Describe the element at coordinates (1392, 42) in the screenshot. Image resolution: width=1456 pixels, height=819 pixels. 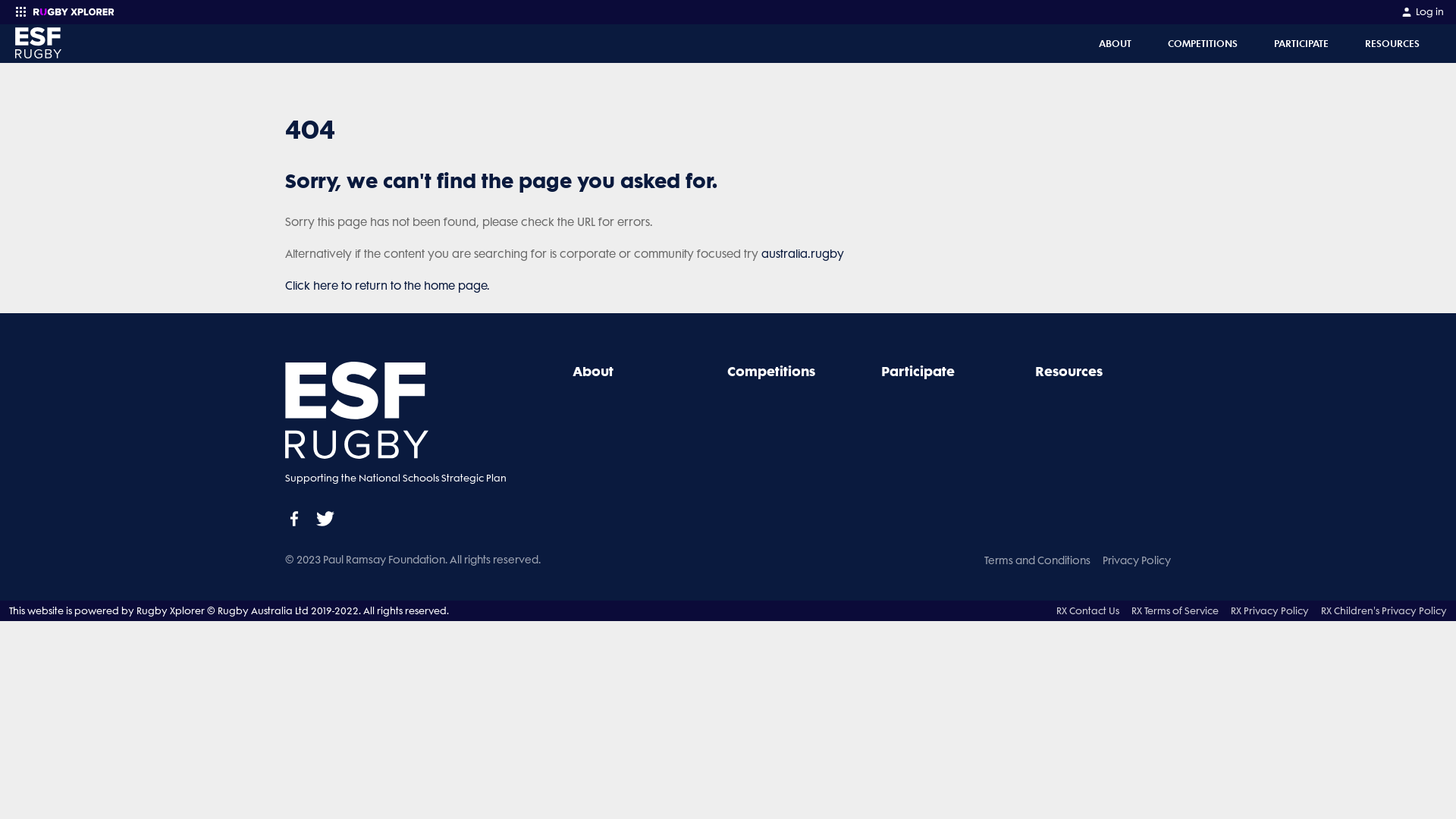
I see `'RESOURCES'` at that location.